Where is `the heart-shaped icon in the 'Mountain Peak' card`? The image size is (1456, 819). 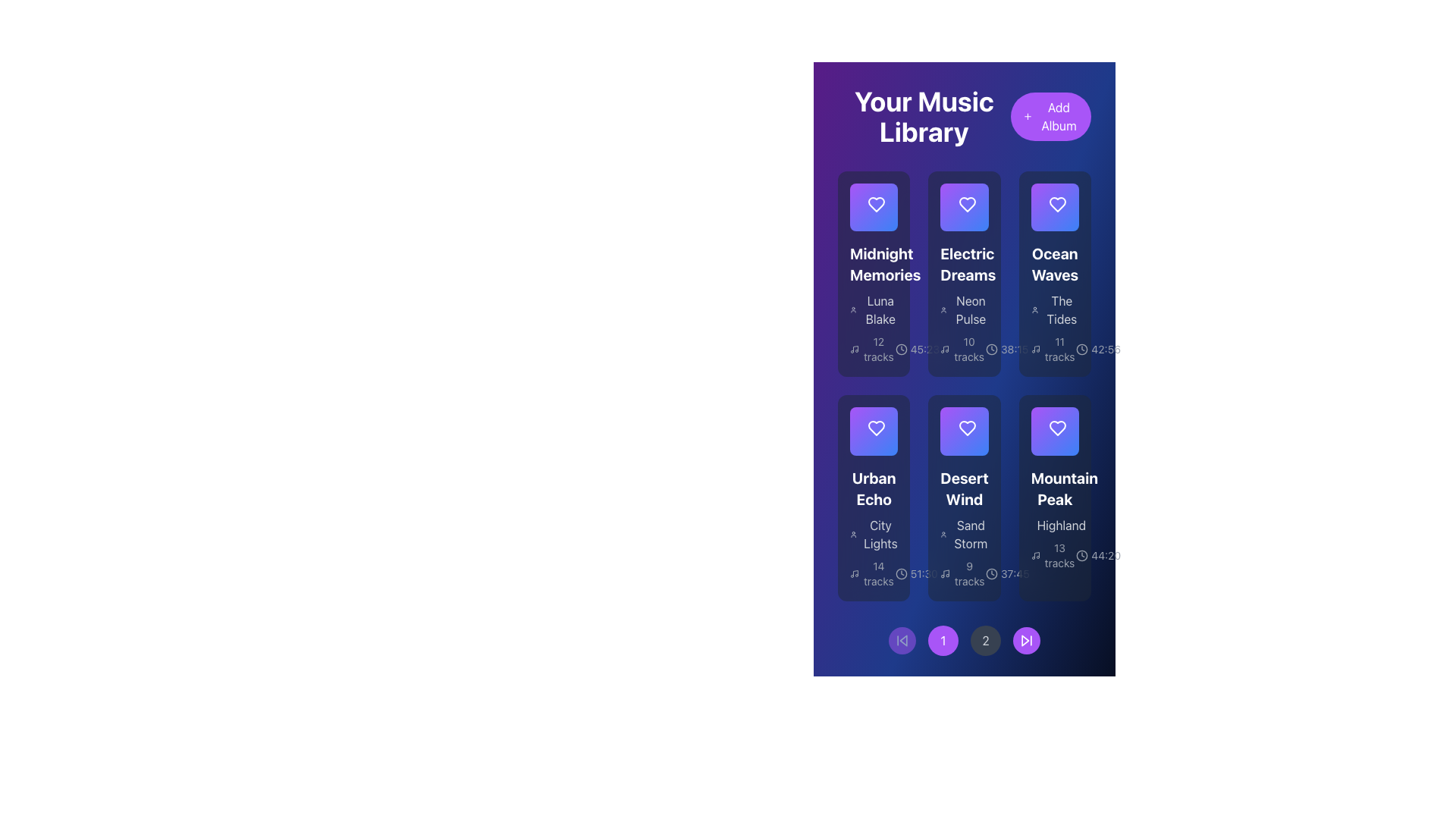 the heart-shaped icon in the 'Mountain Peak' card is located at coordinates (1057, 428).